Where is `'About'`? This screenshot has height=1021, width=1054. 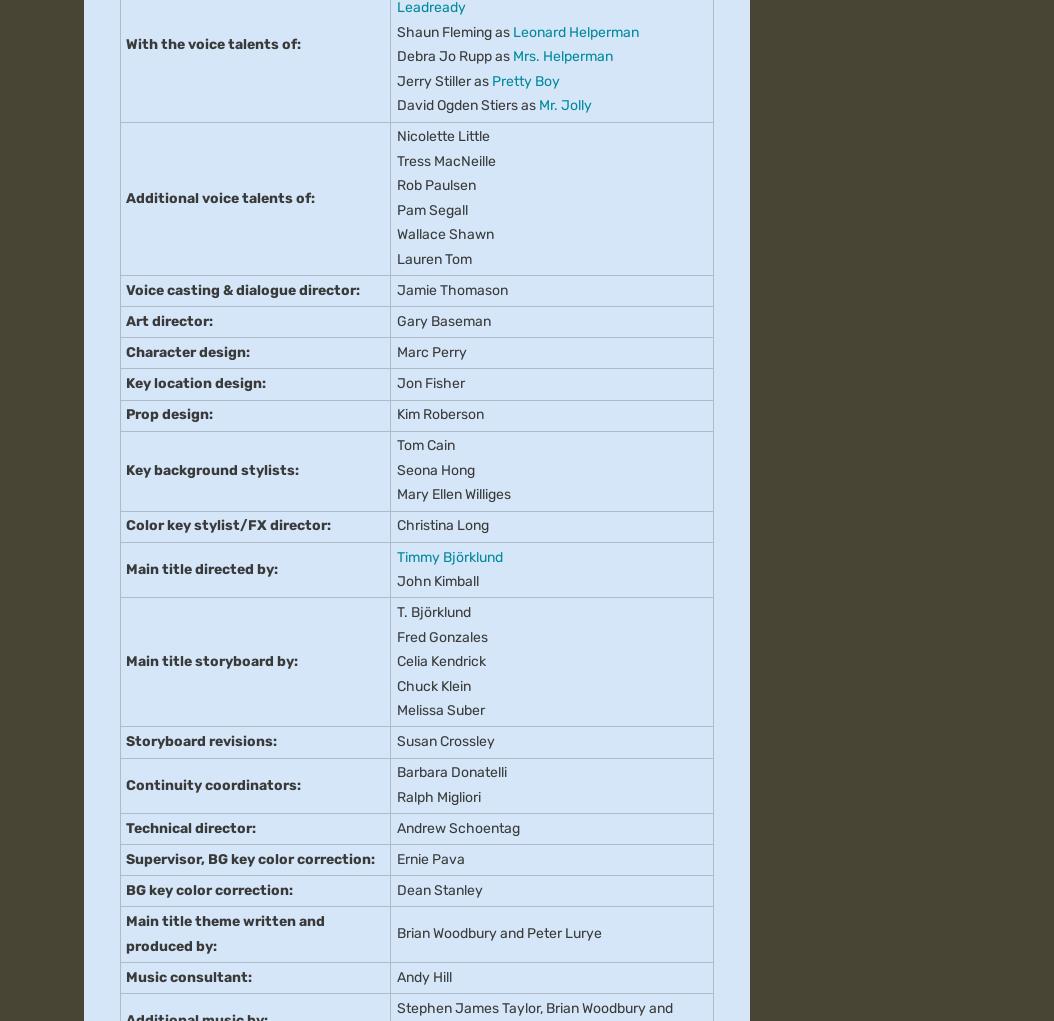
'About' is located at coordinates (83, 188).